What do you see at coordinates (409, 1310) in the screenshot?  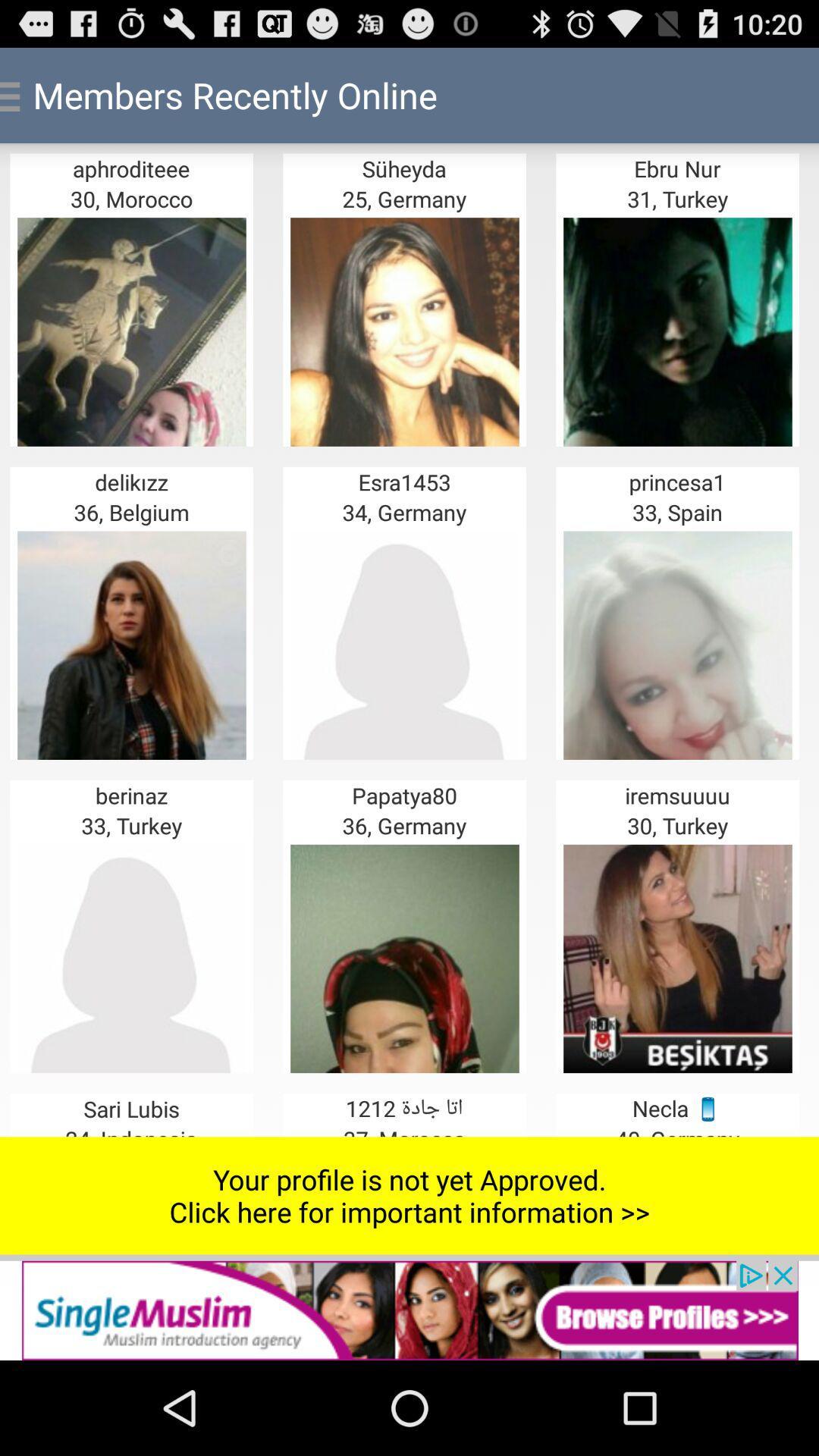 I see `advertisement` at bounding box center [409, 1310].